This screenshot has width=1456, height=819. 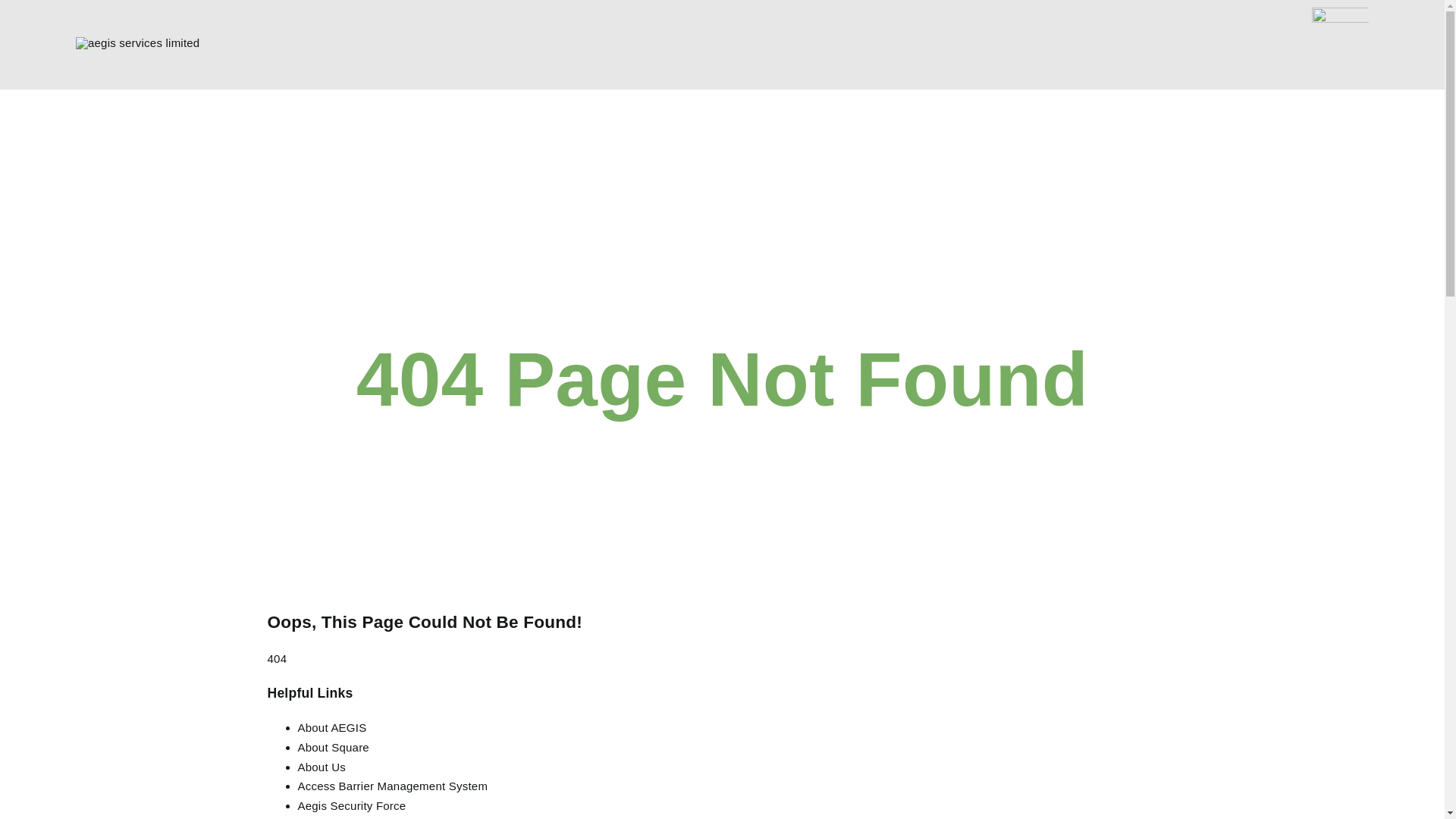 I want to click on 'About AEGIS', so click(x=331, y=726).